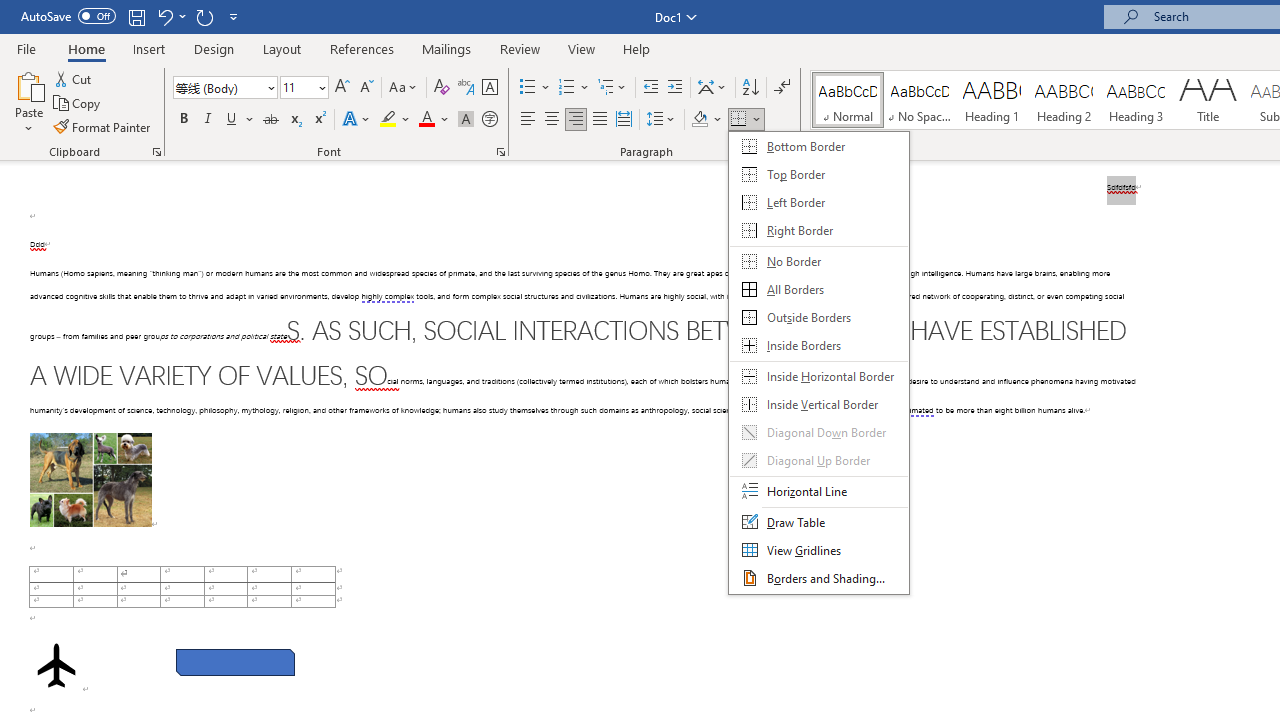 This screenshot has height=720, width=1280. I want to click on 'Bullets', so click(535, 86).